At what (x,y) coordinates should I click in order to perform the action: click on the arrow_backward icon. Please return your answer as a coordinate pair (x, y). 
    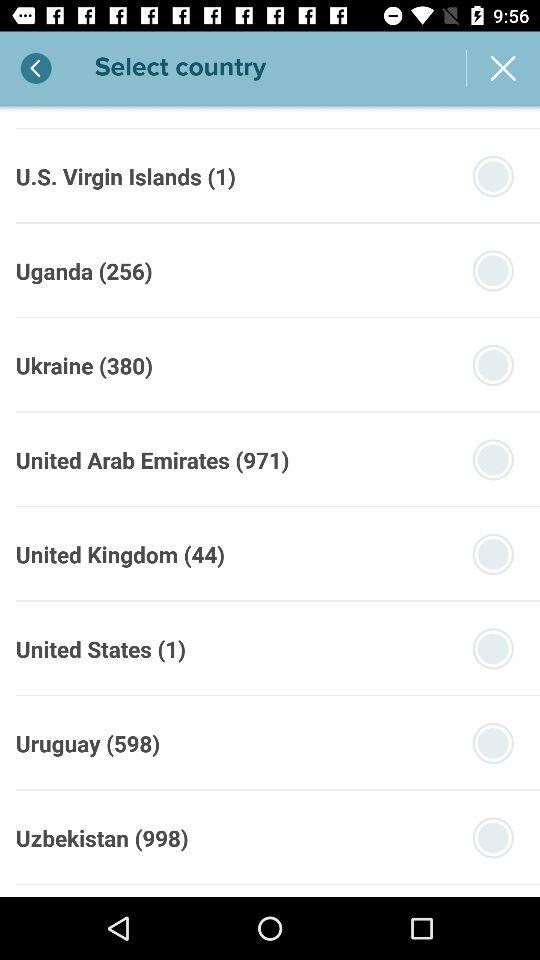
    Looking at the image, I should click on (37, 68).